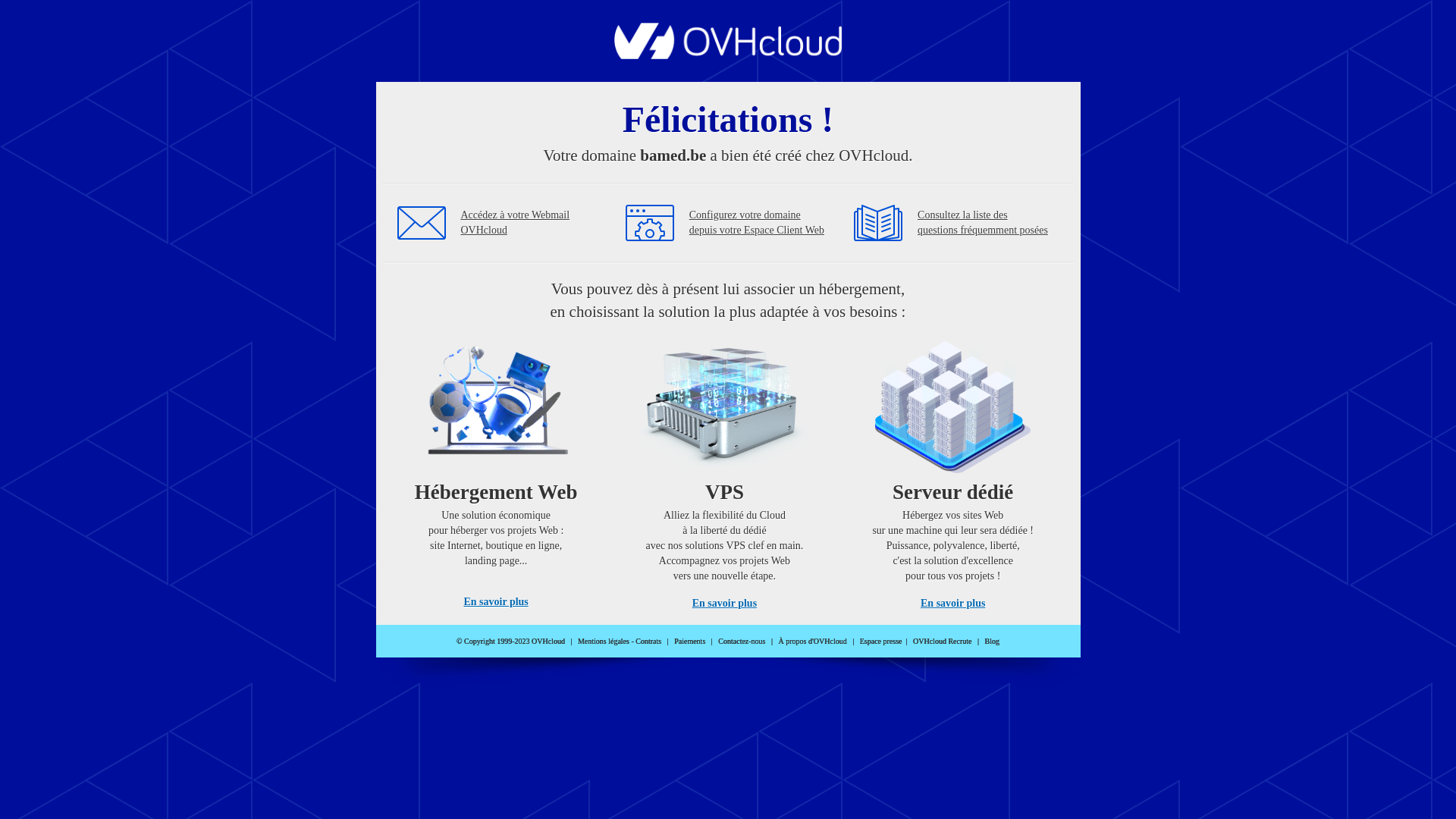 Image resolution: width=1456 pixels, height=819 pixels. Describe the element at coordinates (728, 54) in the screenshot. I see `'OVHcloud'` at that location.